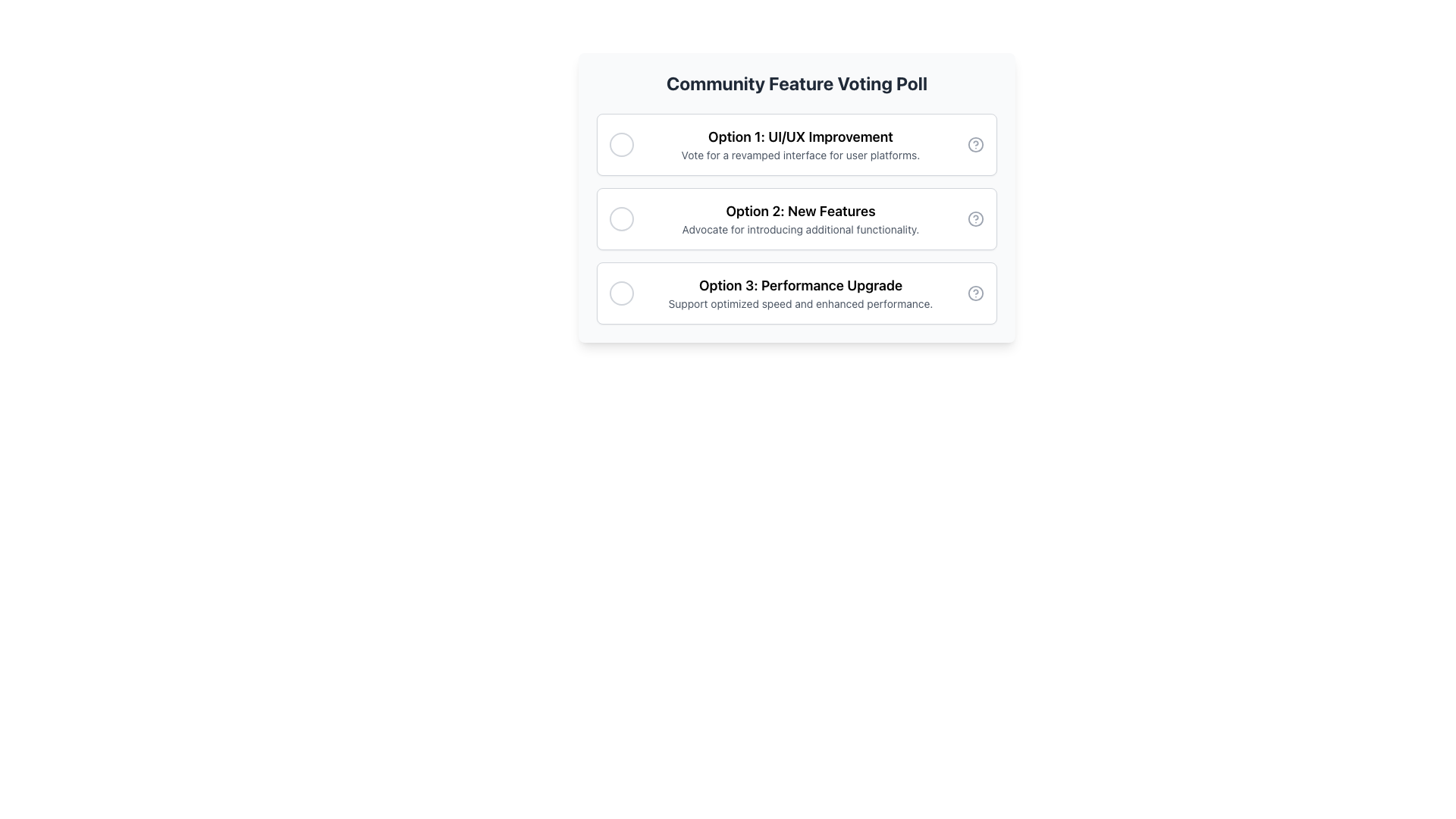 Image resolution: width=1456 pixels, height=819 pixels. I want to click on the text label reading 'Option 3: Performance Upgrade', which is styled with a bold font and is visually prominent within a vertical list of selectable options in a voting poll, so click(800, 286).